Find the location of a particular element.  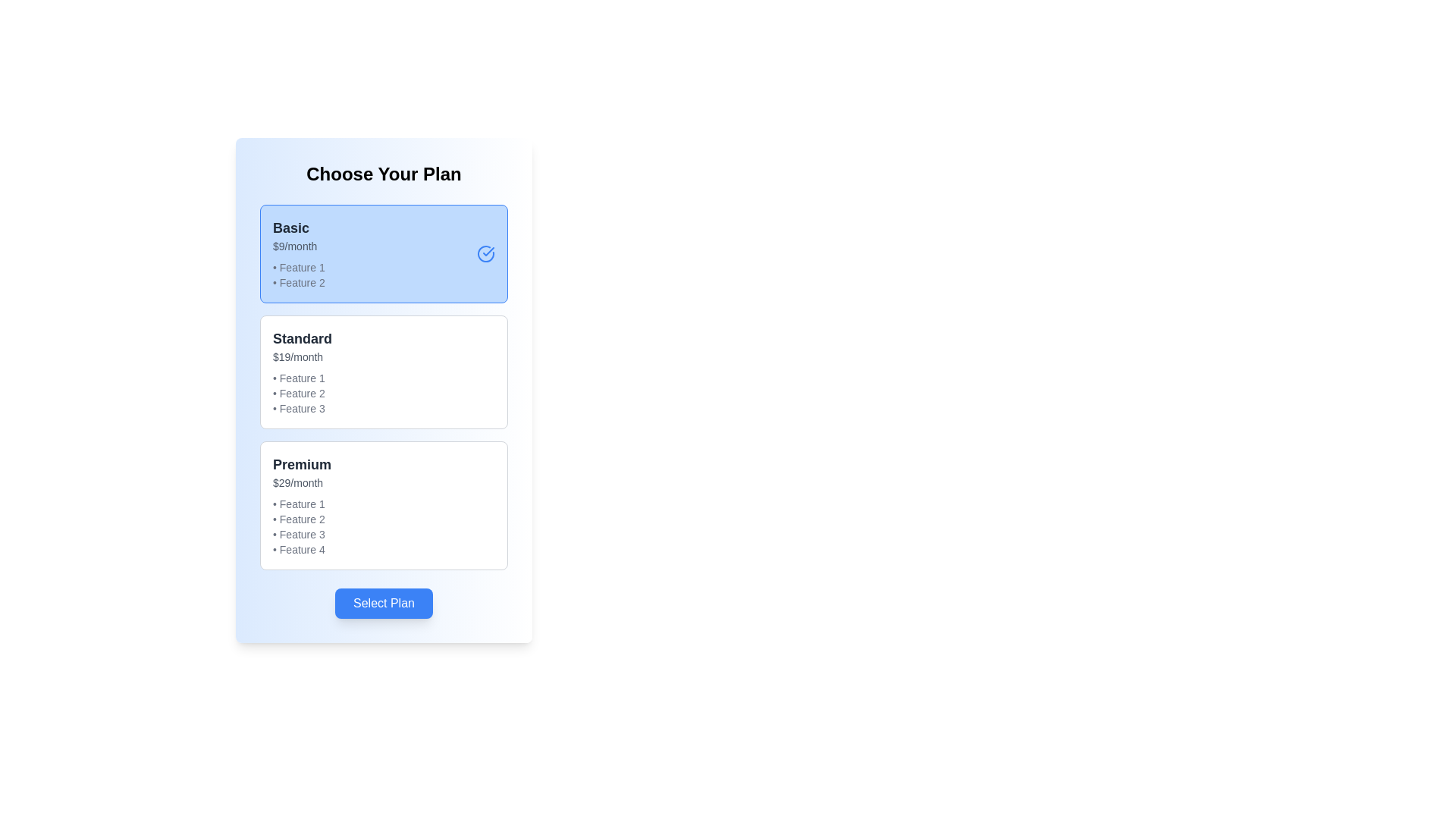

the static text element displaying '• Feature 1', which is the first item in the list for the 'Standard' plan is located at coordinates (302, 377).